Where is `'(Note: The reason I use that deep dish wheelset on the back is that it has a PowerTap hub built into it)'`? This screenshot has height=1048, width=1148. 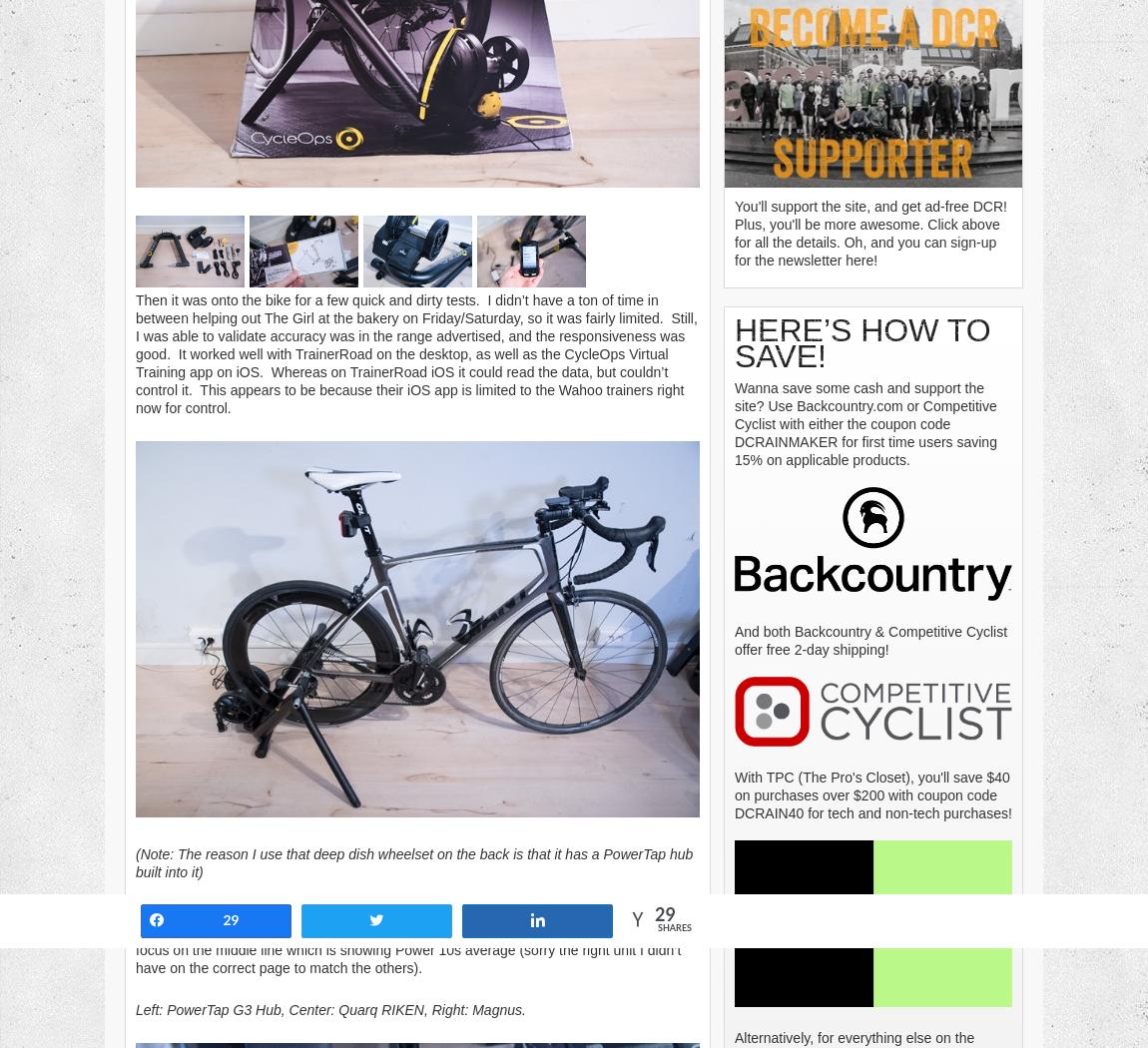
'(Note: The reason I use that deep dish wheelset on the back is that it has a PowerTap hub built into it)' is located at coordinates (135, 861).